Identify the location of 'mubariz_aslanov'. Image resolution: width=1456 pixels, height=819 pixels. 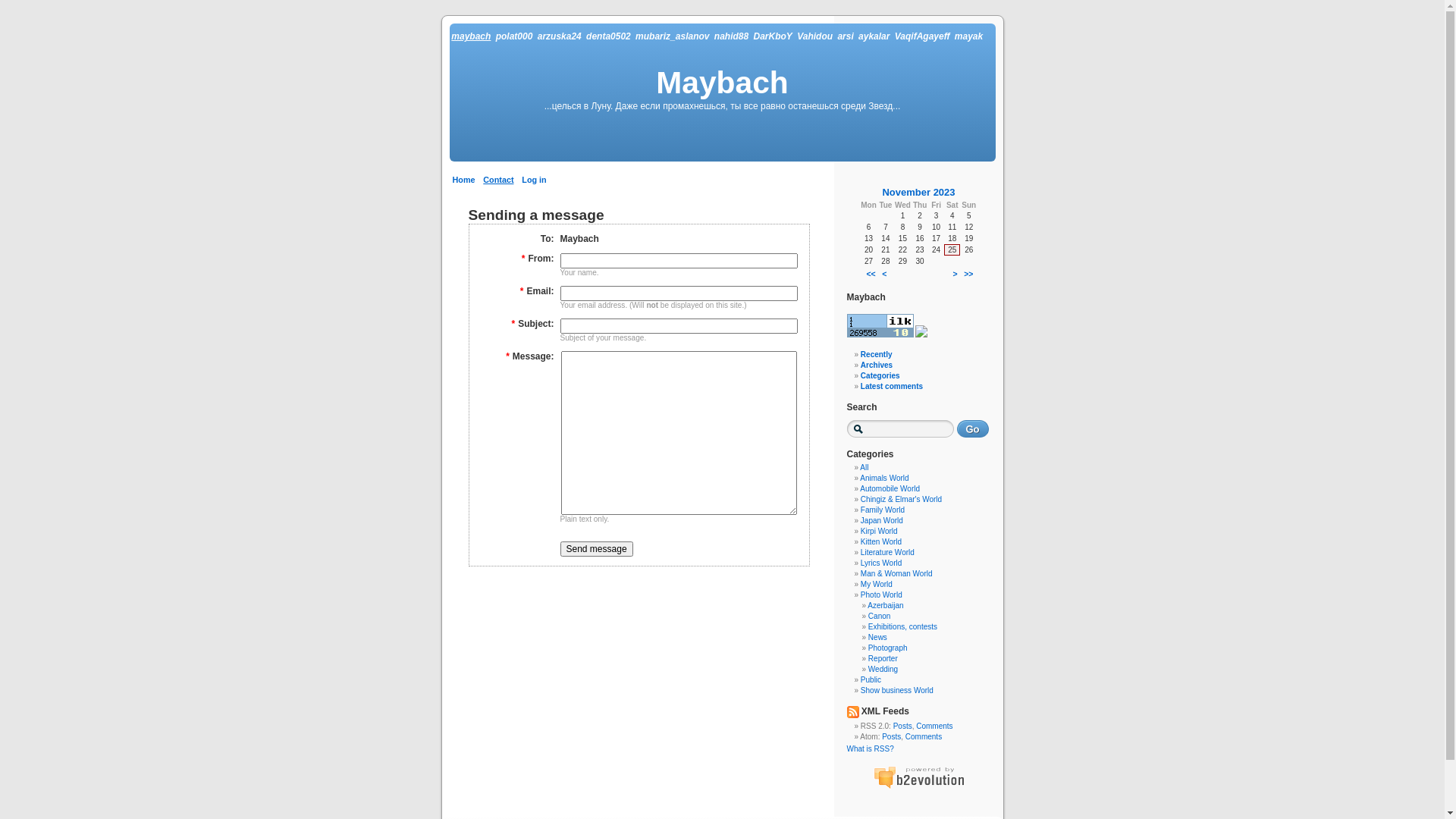
(671, 35).